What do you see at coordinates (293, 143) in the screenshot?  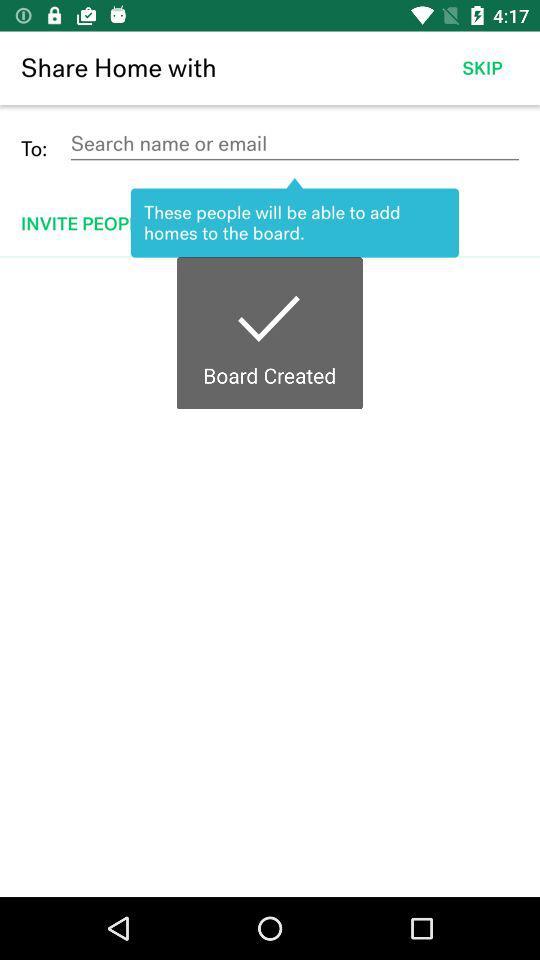 I see `mail textbox` at bounding box center [293, 143].